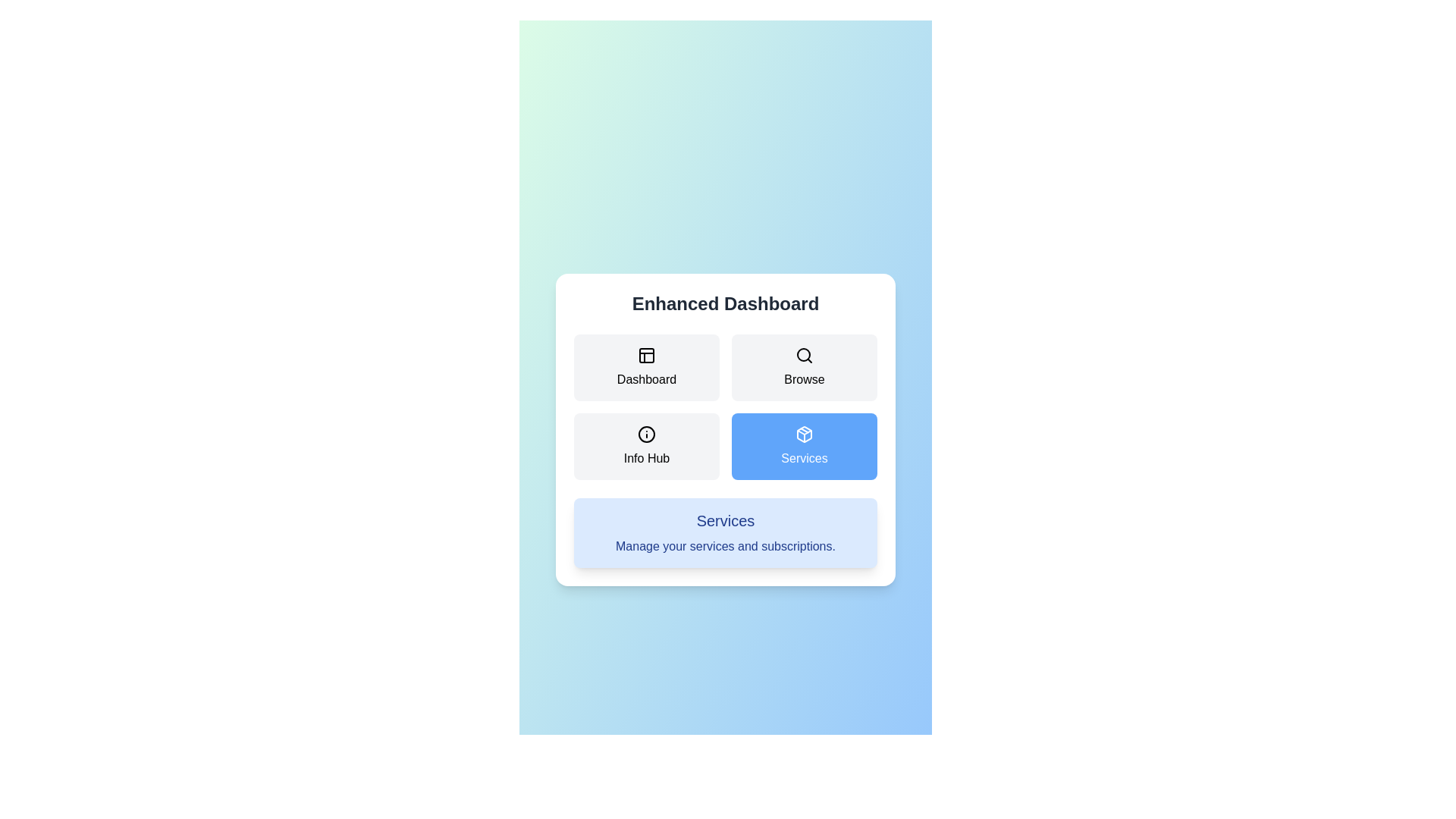 This screenshot has width=1456, height=819. Describe the element at coordinates (803, 446) in the screenshot. I see `the Services tab by clicking on its button` at that location.